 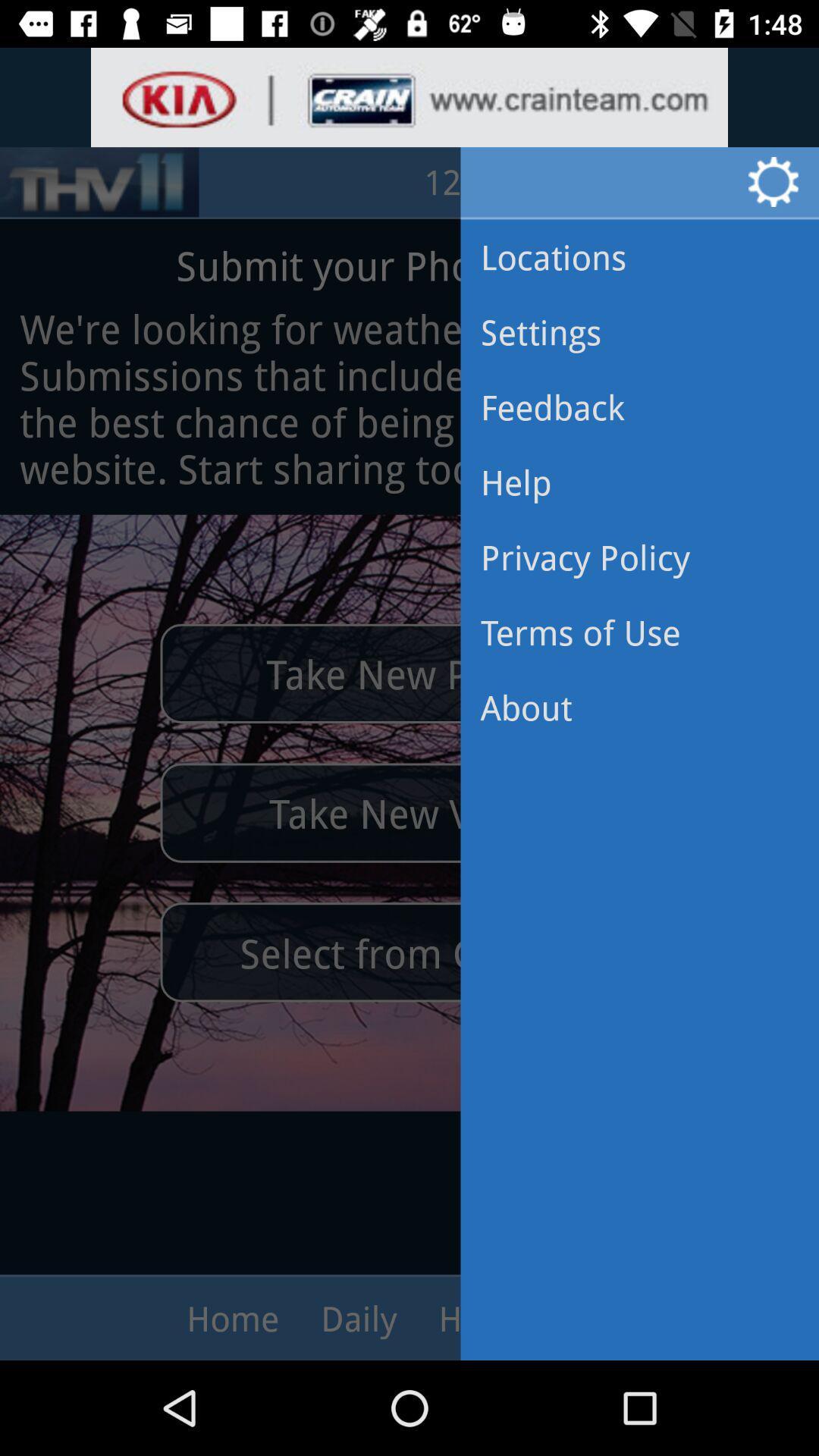 I want to click on the sliders icon, so click(x=99, y=182).